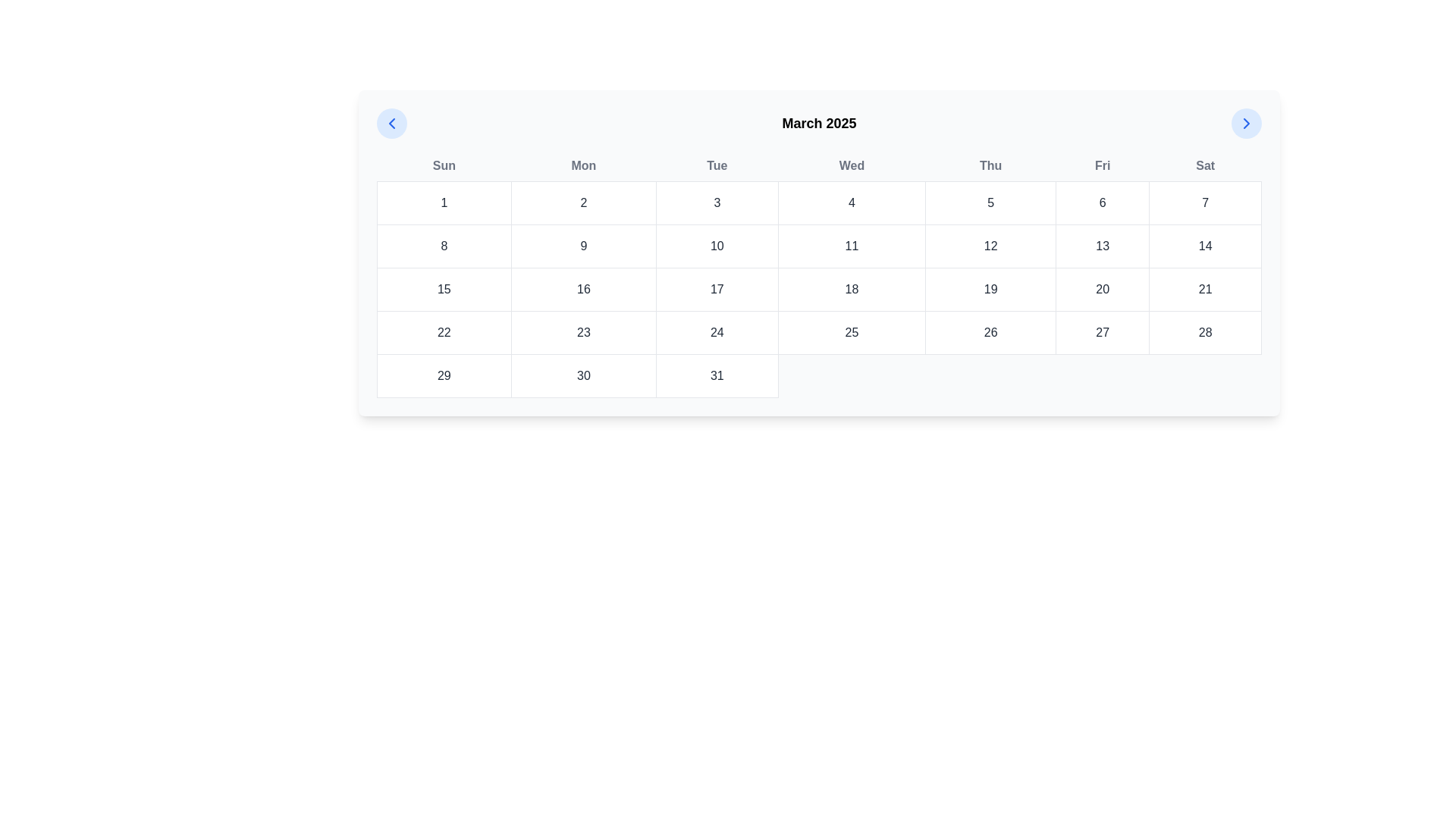 This screenshot has width=1456, height=819. I want to click on the calendar date cell representing the date '4' under the label 'Wed' in the month view of the calendar, so click(852, 202).